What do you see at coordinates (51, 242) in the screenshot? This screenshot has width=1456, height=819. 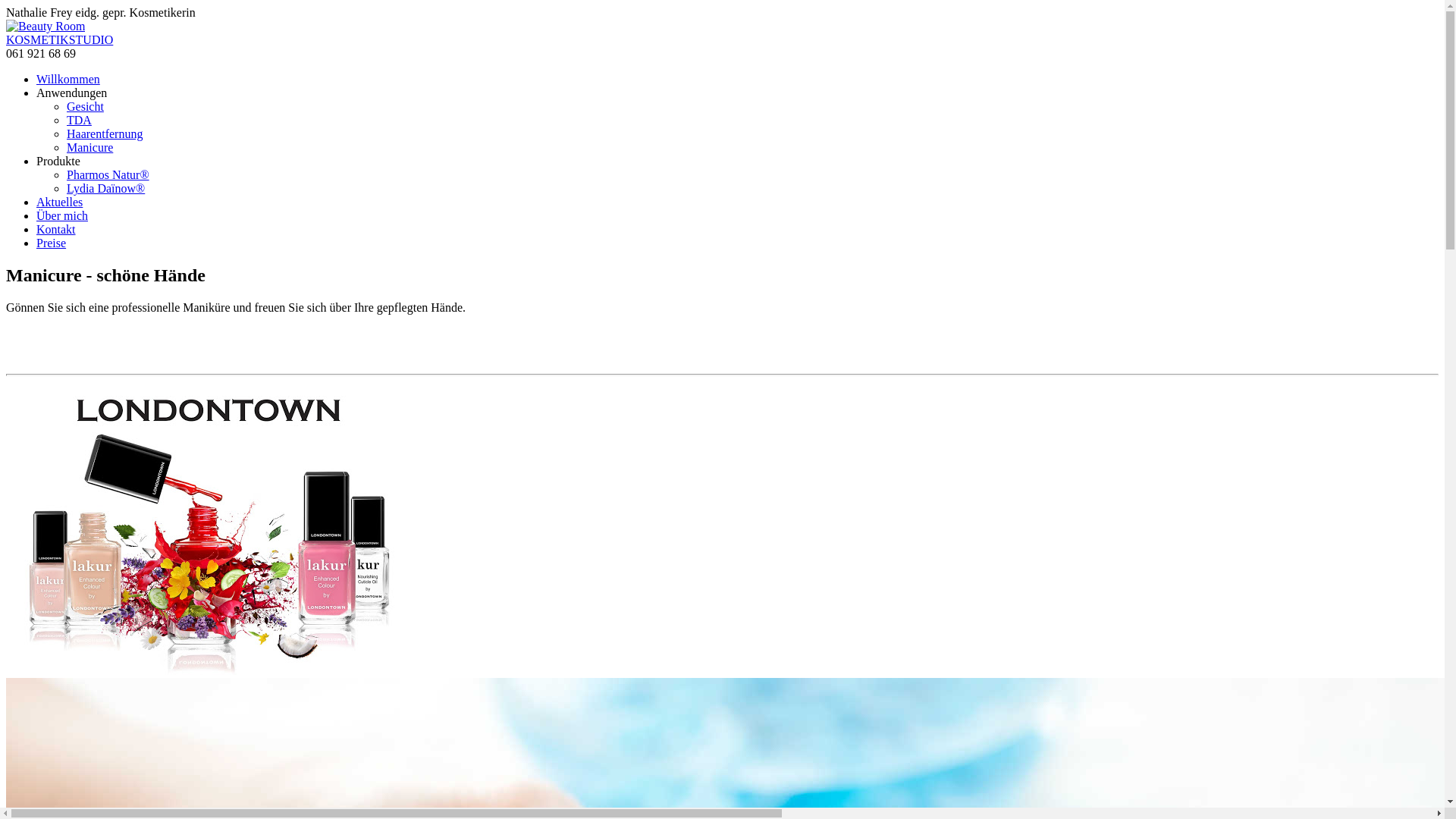 I see `'Preise'` at bounding box center [51, 242].